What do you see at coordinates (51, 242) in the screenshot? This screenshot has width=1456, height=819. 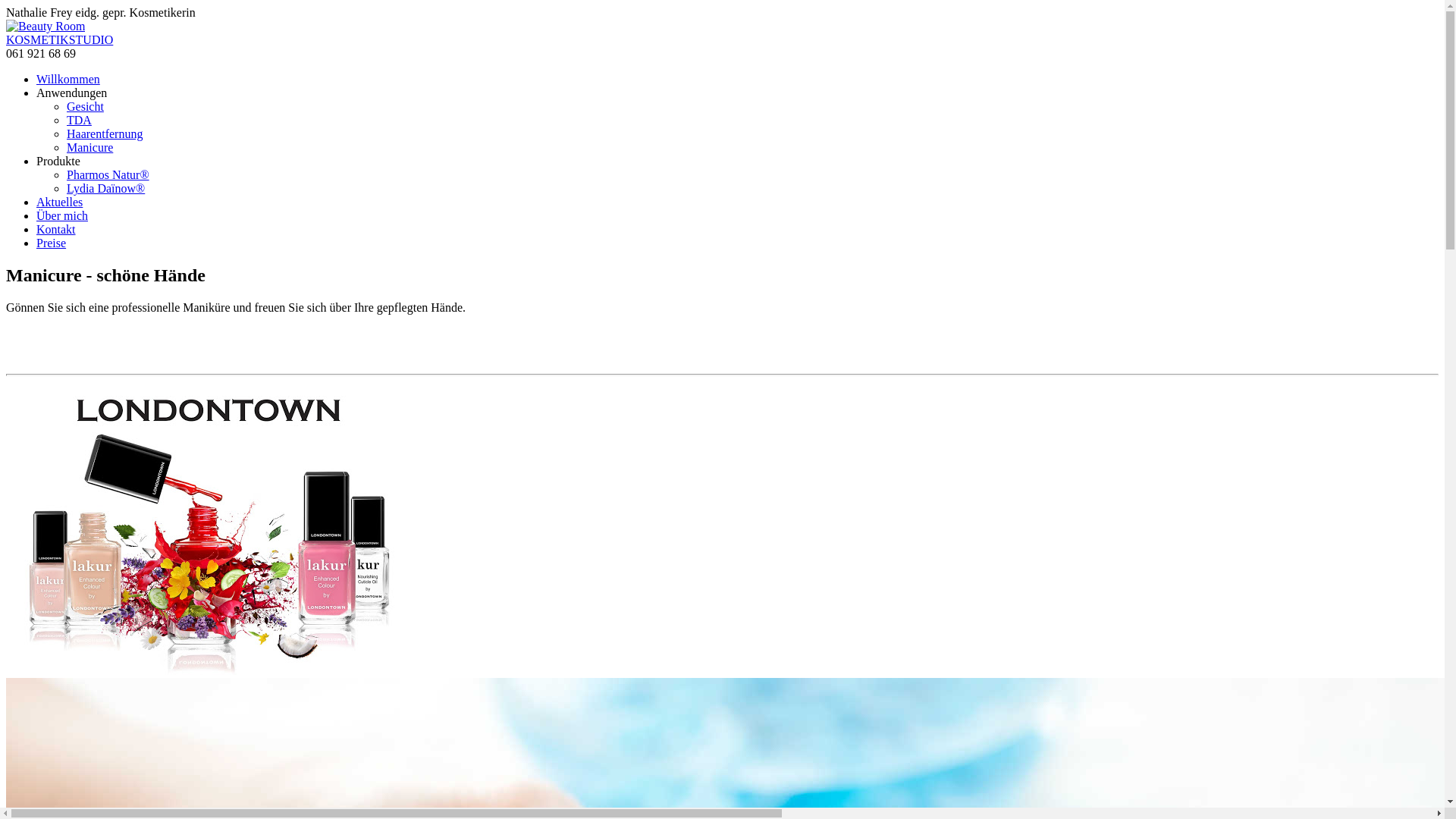 I see `'Preise'` at bounding box center [51, 242].